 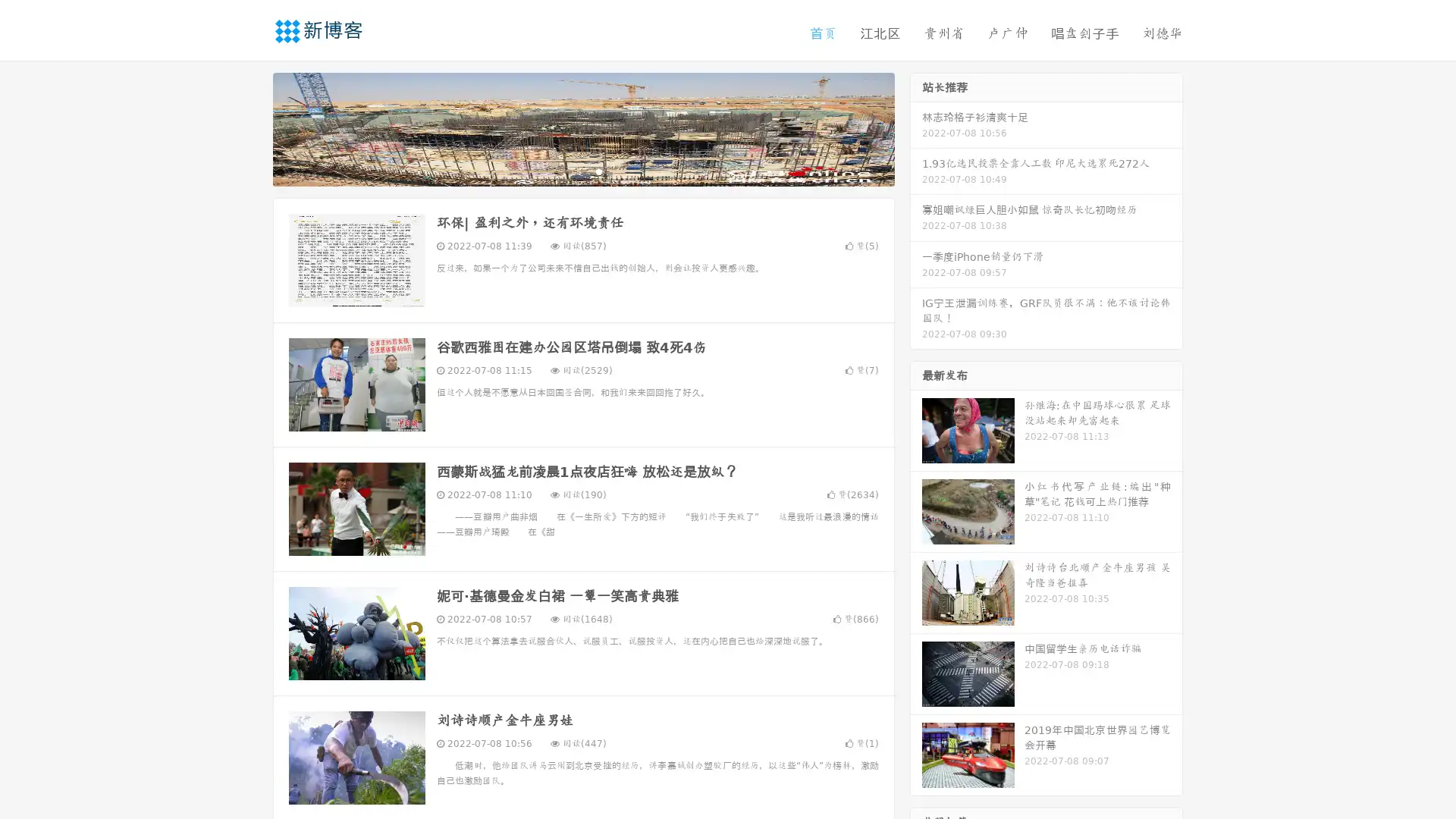 What do you see at coordinates (582, 171) in the screenshot?
I see `Go to slide 2` at bounding box center [582, 171].